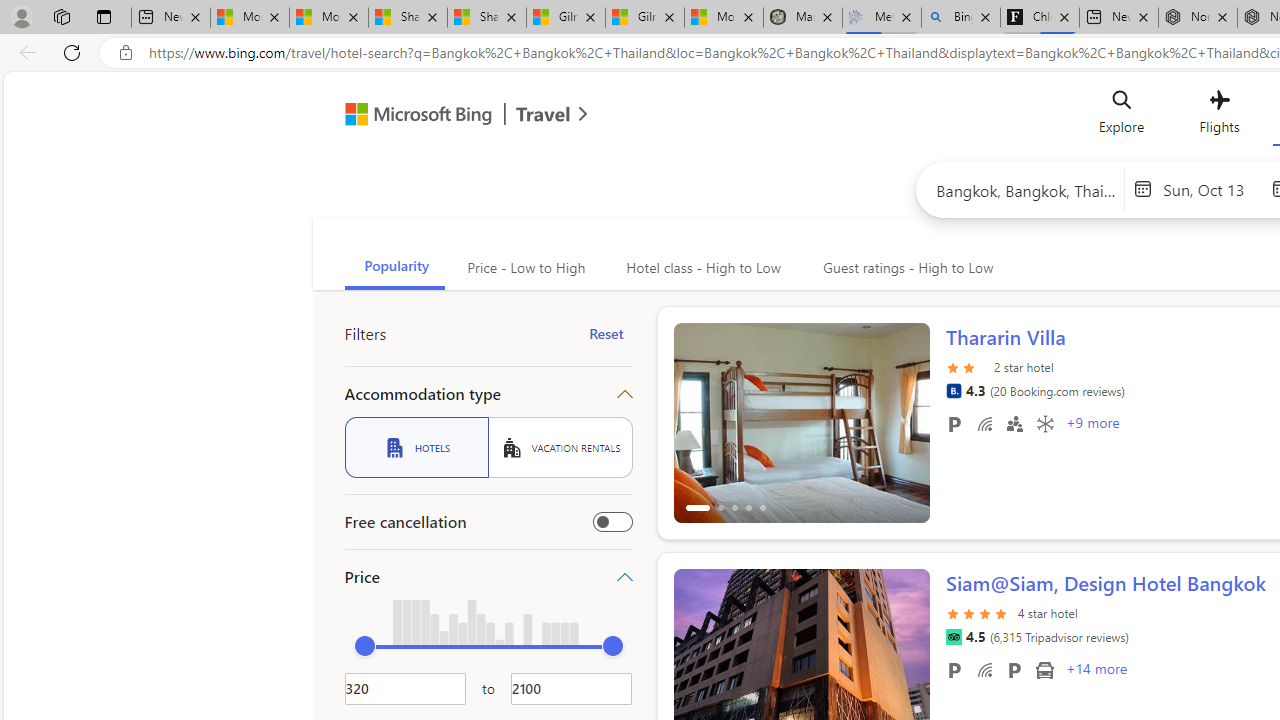  What do you see at coordinates (1094, 671) in the screenshot?
I see `'+14 More Amenities'` at bounding box center [1094, 671].